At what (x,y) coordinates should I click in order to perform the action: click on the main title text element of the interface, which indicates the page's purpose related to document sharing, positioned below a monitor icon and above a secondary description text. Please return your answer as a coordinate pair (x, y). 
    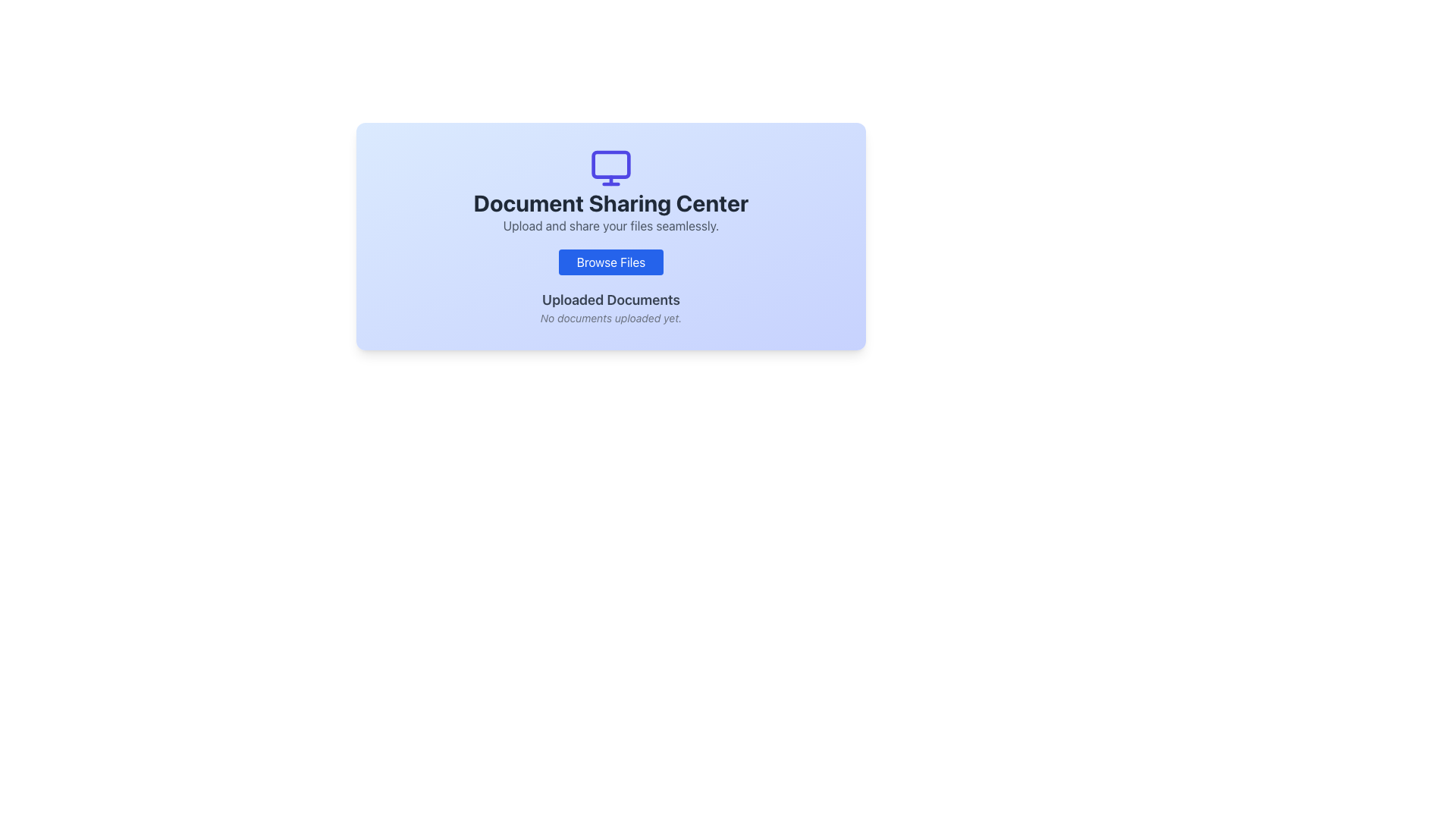
    Looking at the image, I should click on (611, 202).